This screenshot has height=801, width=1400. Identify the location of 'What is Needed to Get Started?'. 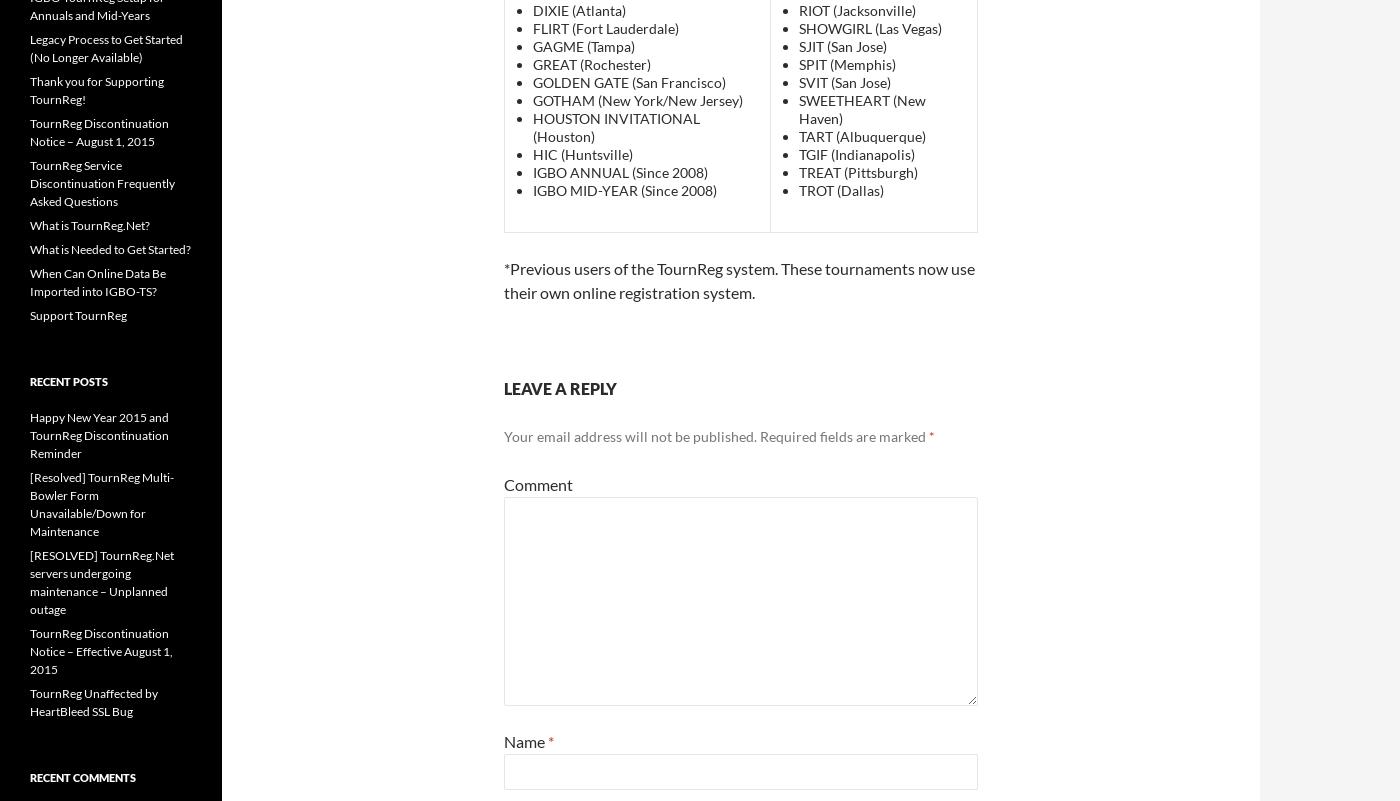
(110, 248).